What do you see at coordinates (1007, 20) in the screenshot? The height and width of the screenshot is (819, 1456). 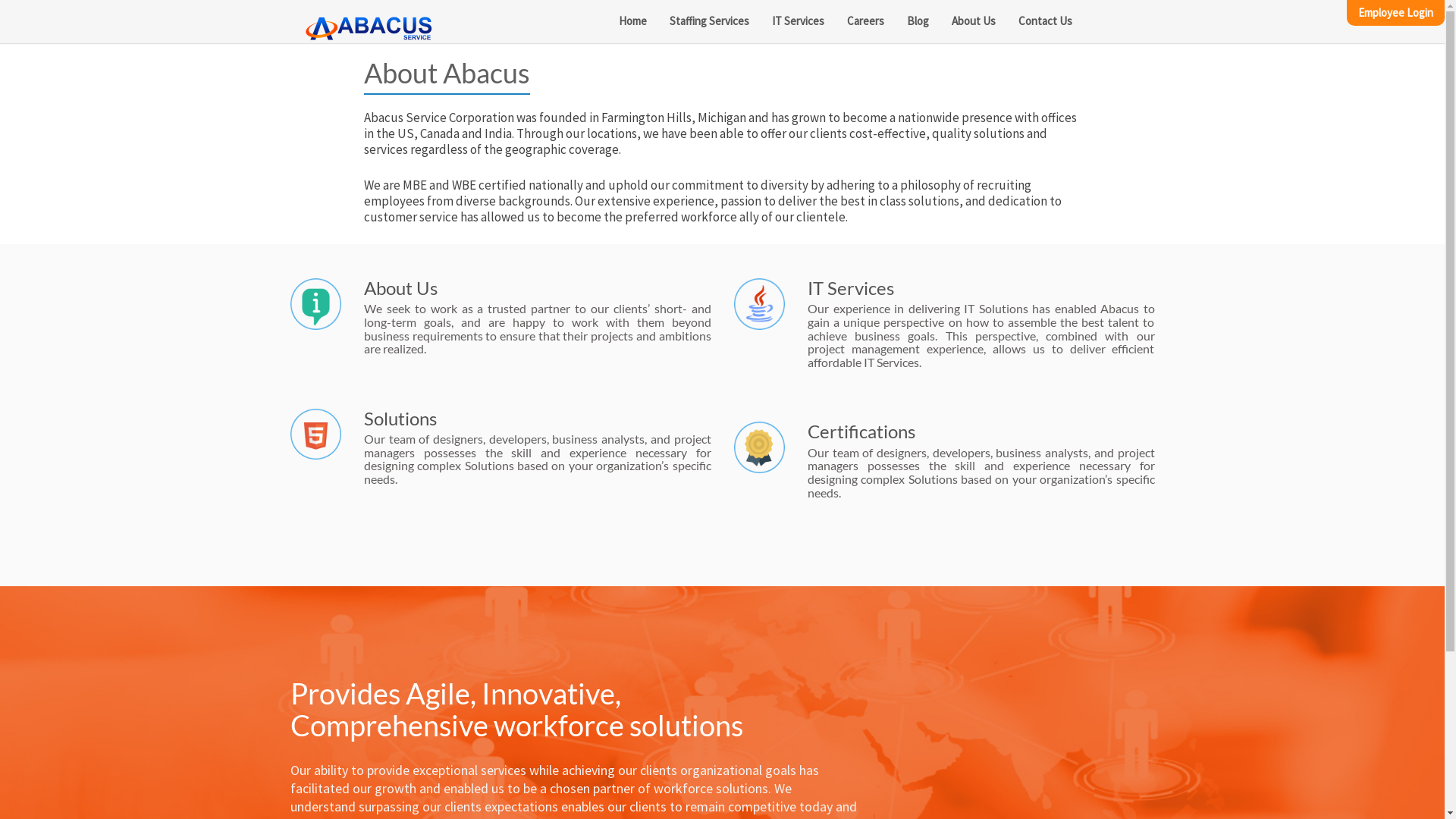 I see `'Contact Us'` at bounding box center [1007, 20].